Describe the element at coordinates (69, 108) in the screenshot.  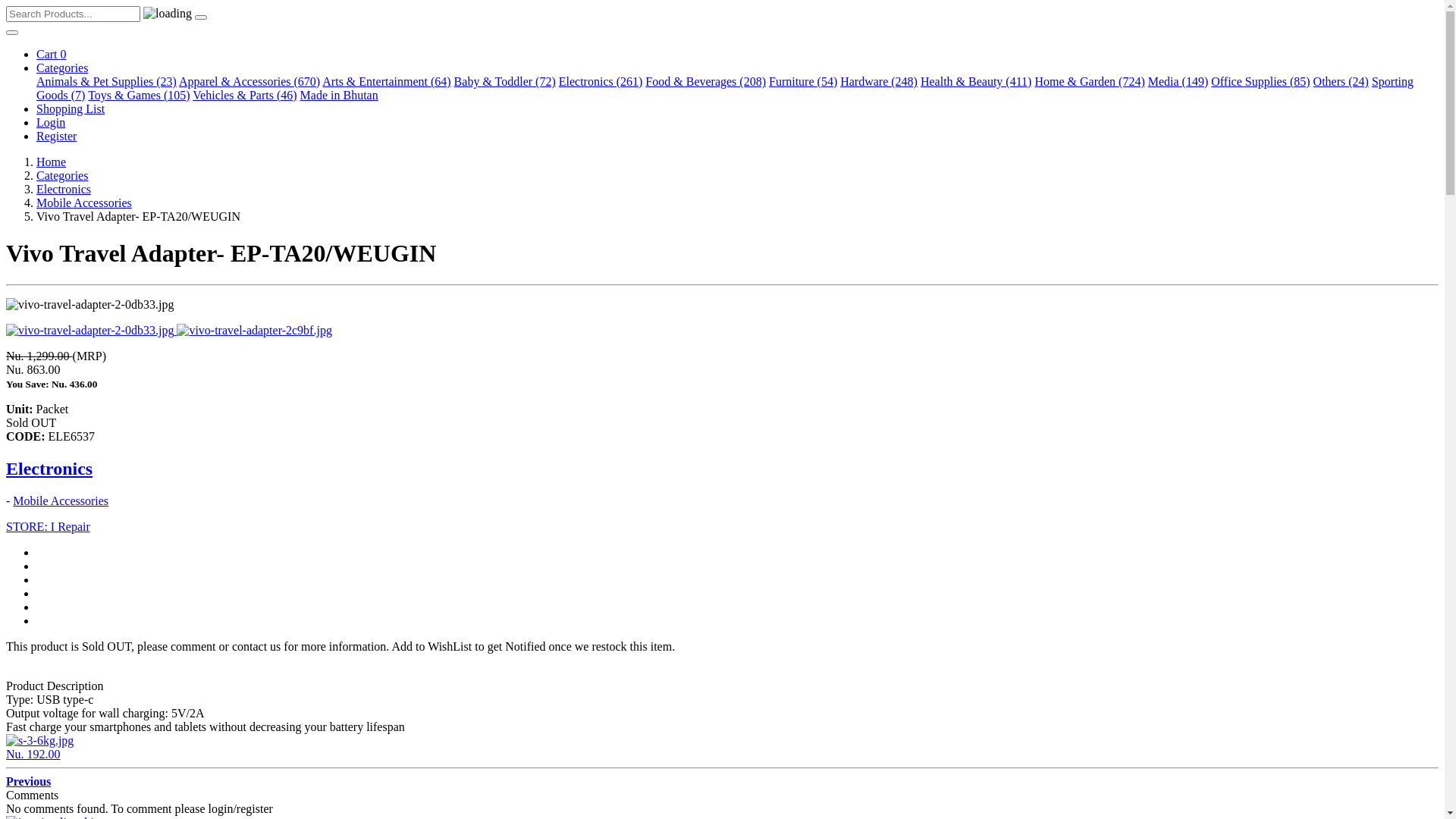
I see `'Shopping List'` at that location.